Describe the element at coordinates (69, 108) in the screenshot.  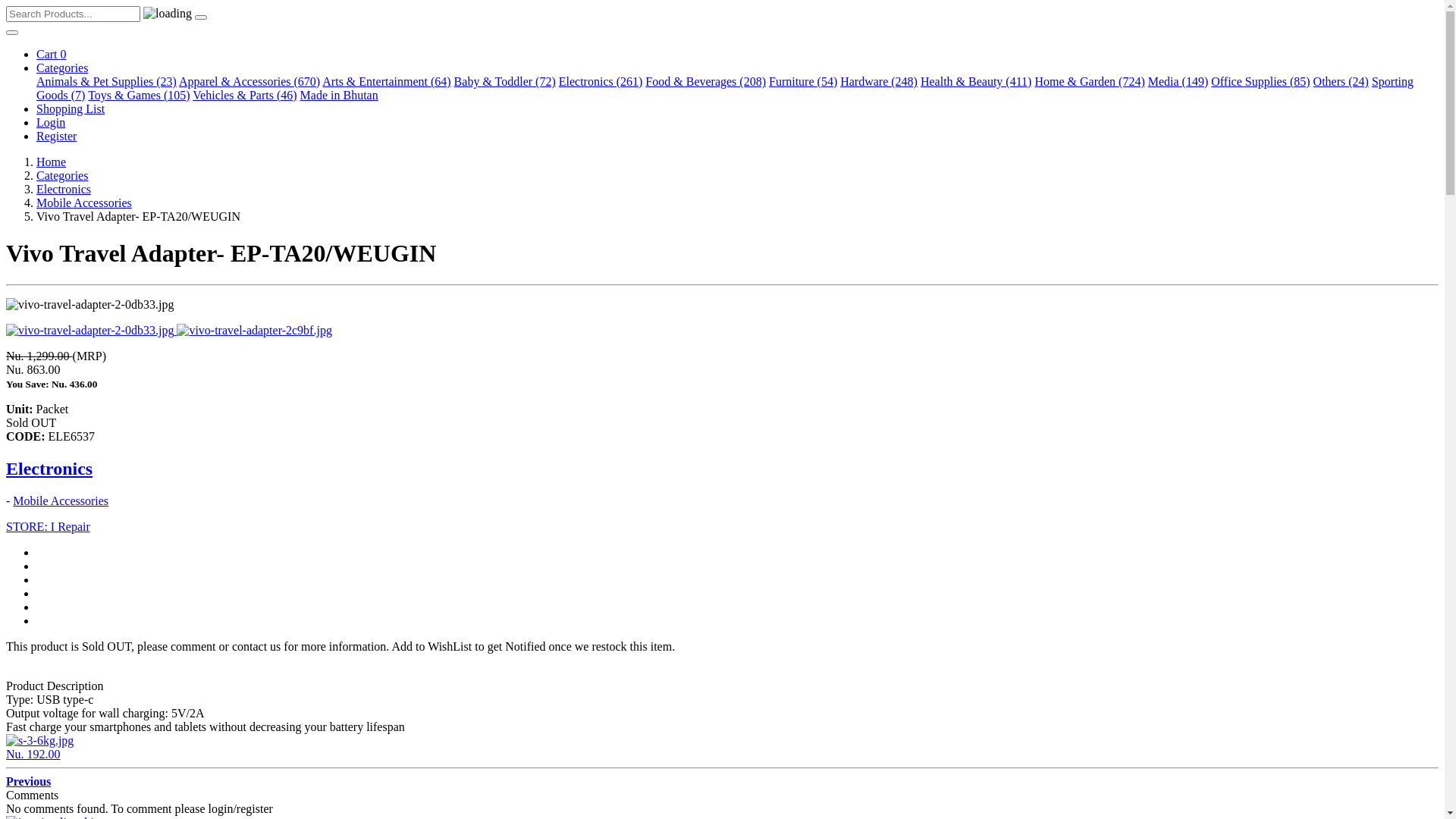
I see `'Shopping List'` at that location.